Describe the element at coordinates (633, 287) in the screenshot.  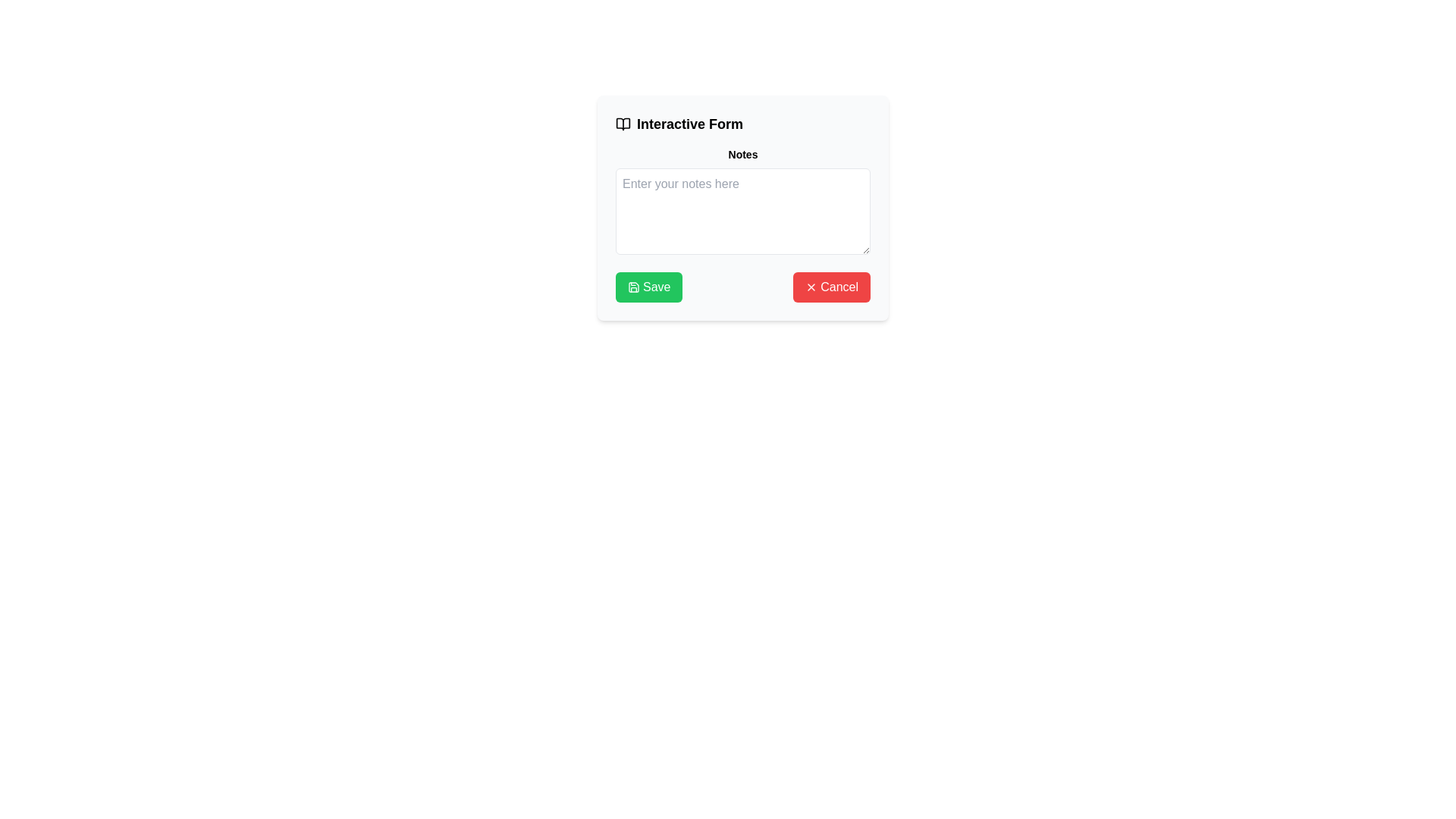
I see `the small green icon resembling a stylized save symbol located next to the text 'Save' within the green button at the bottom left corner of the modal` at that location.